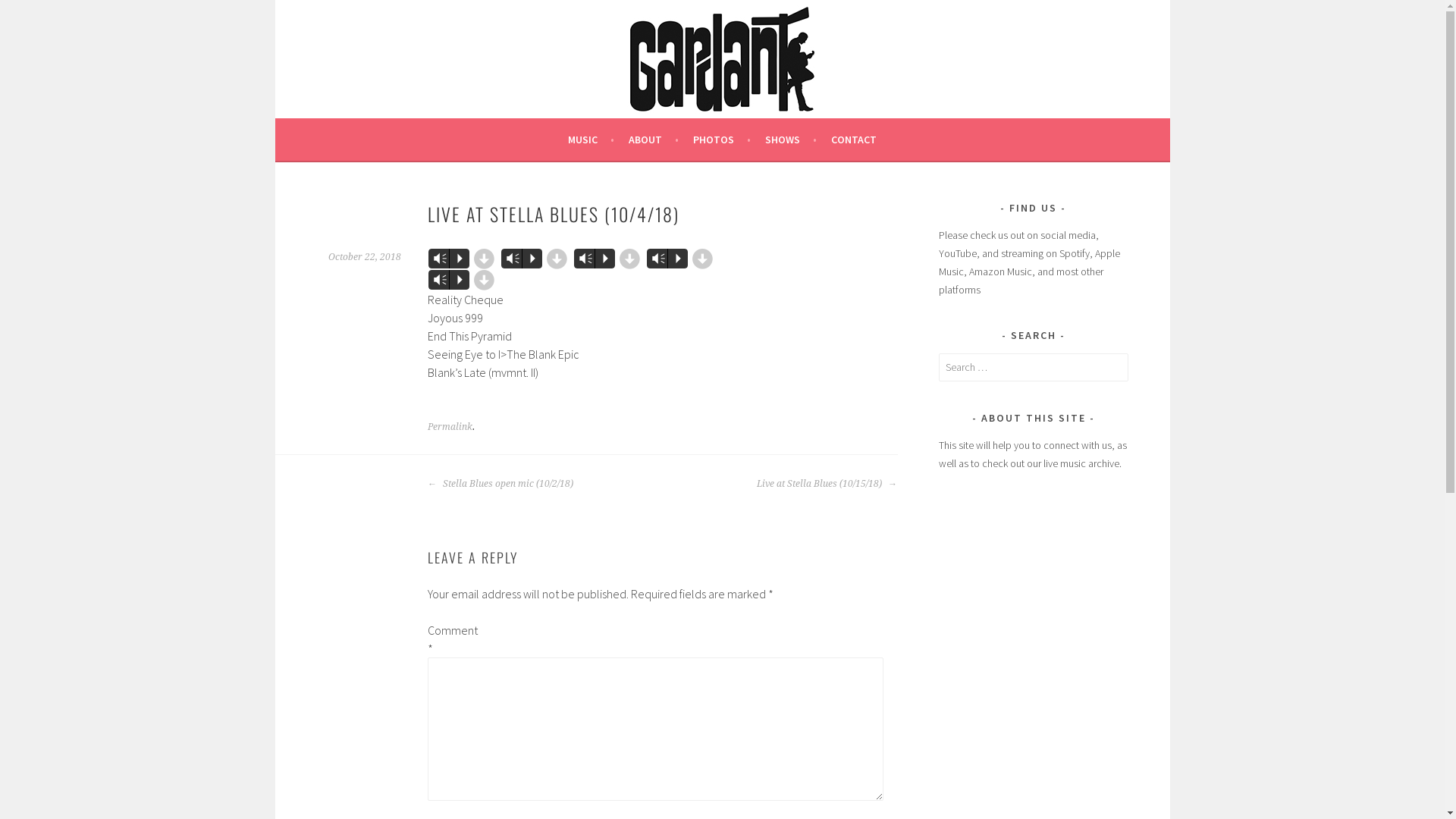 The width and height of the screenshot is (1456, 819). Describe the element at coordinates (364, 256) in the screenshot. I see `'October 22, 2018'` at that location.